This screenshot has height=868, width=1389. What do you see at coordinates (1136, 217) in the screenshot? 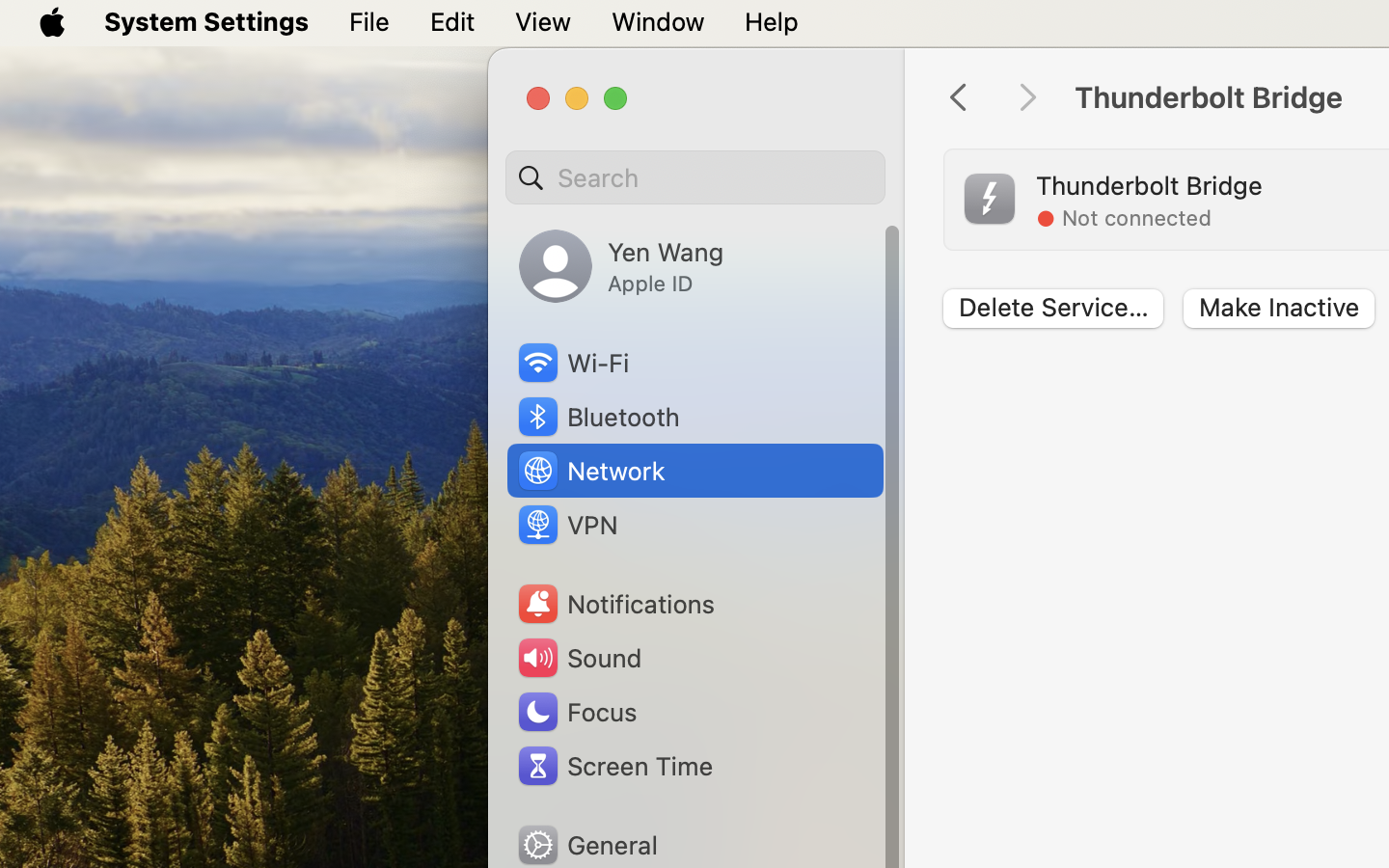
I see `'Not connected'` at bounding box center [1136, 217].